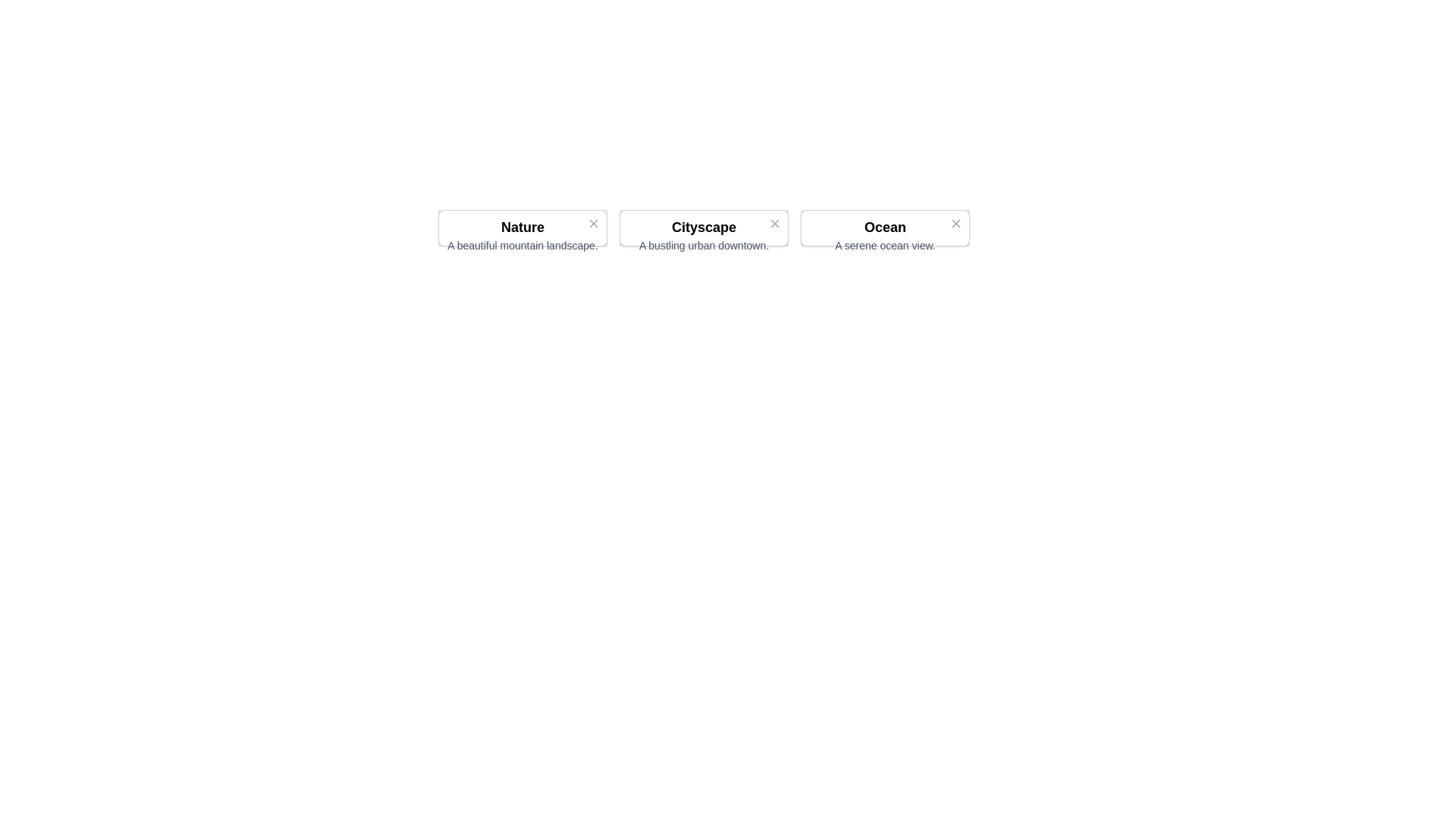  Describe the element at coordinates (522, 234) in the screenshot. I see `the informational section in the leftmost card of a horizontal group, which provides a title and description related to nature, positioned to the left of the 'Cityscape' and 'Ocean' cards` at that location.